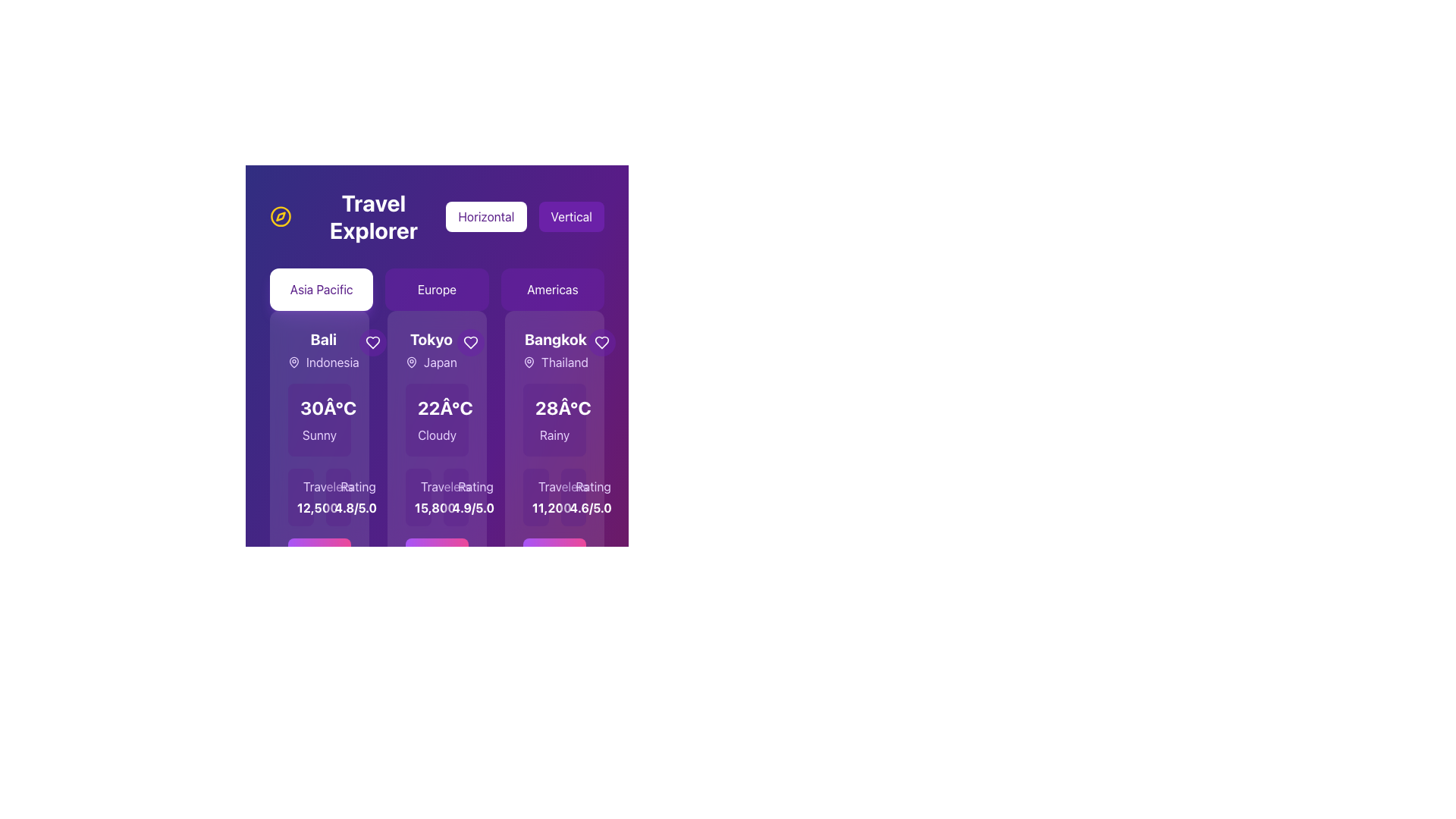 The height and width of the screenshot is (819, 1456). What do you see at coordinates (327, 486) in the screenshot?
I see `the text label 'Travelers' styled with a purple font located in the purple card layout under the 'Bali' column of the travel dashboard` at bounding box center [327, 486].